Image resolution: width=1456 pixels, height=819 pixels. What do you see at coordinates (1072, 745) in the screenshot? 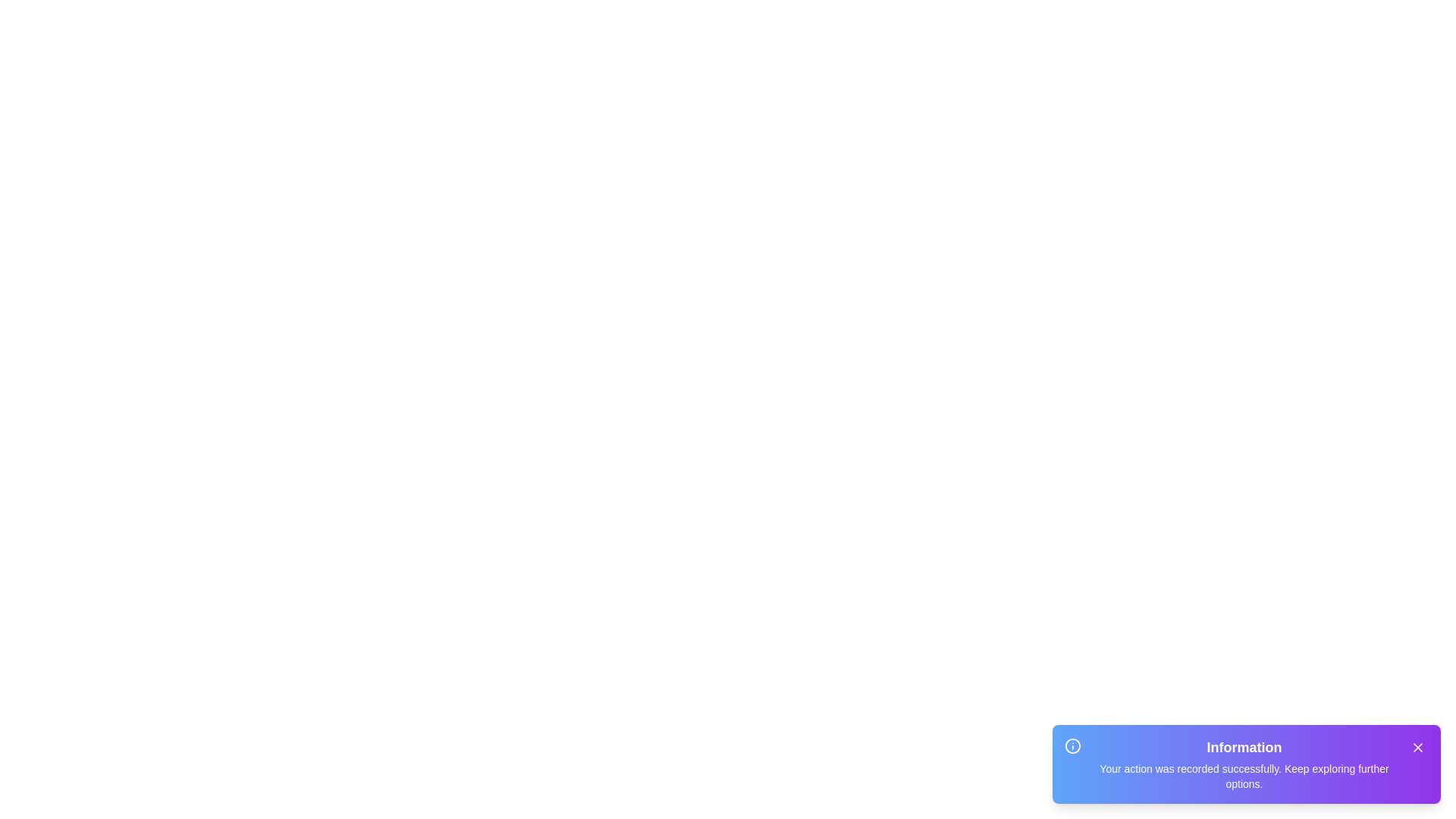
I see `the information icon` at bounding box center [1072, 745].